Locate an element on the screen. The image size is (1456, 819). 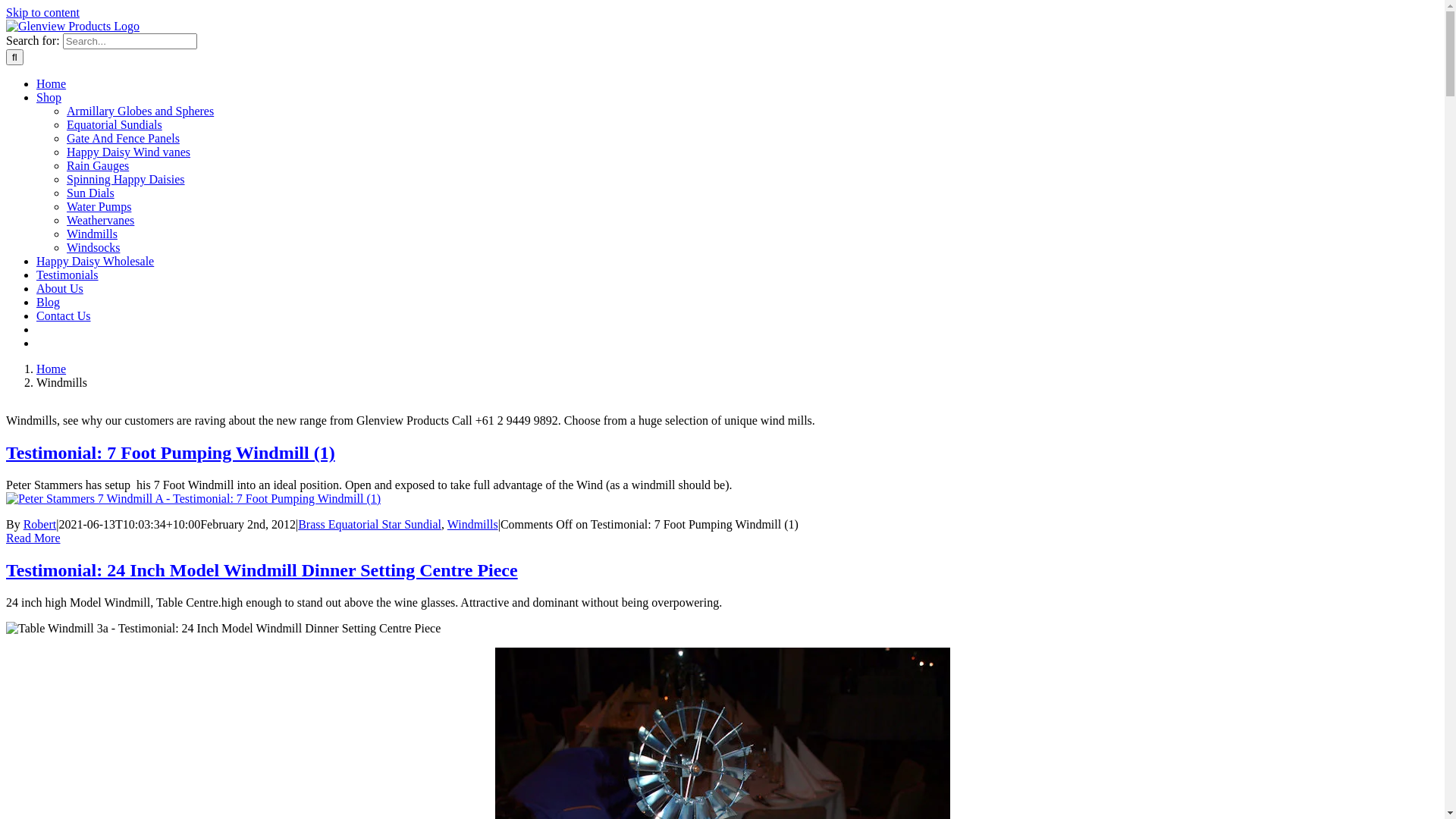
'Windmills' is located at coordinates (472, 523).